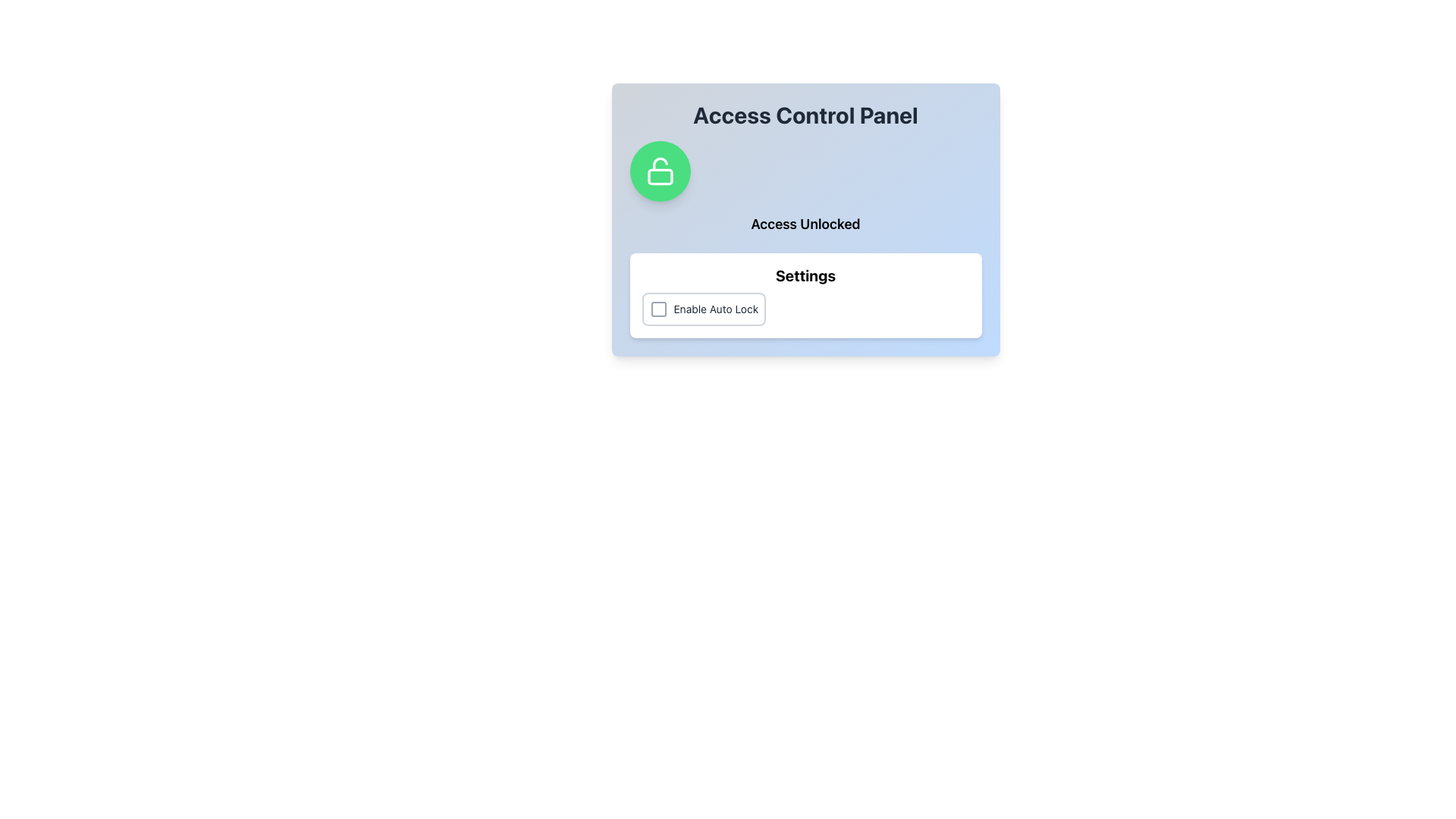 This screenshot has height=819, width=1456. Describe the element at coordinates (660, 171) in the screenshot. I see `the open lock icon styled with a white outline on a green circular background, located inside the green circular button at the top-left corner of the 'Access Control Panel' card` at that location.